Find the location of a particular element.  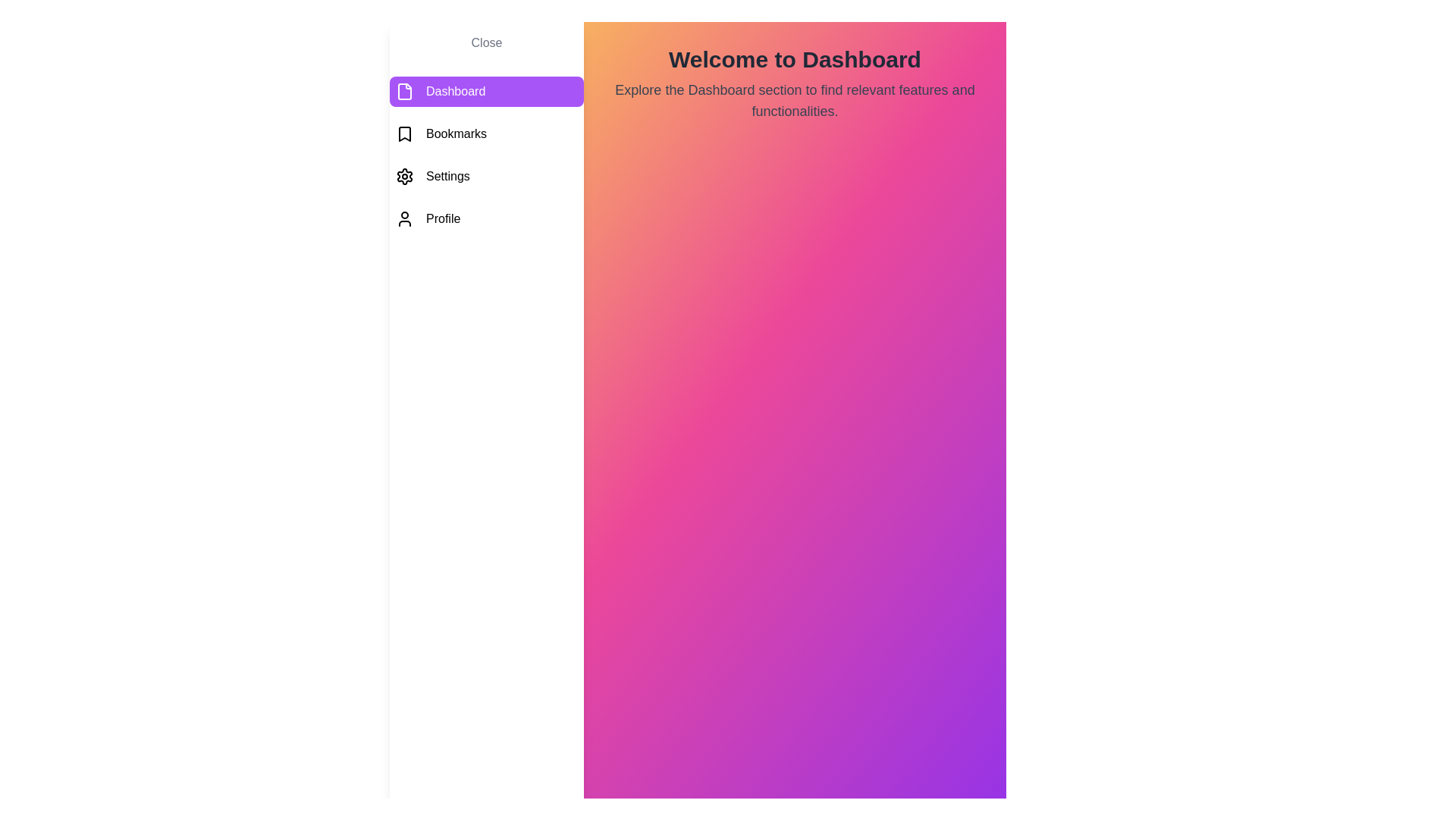

'Close' button to toggle the menu is located at coordinates (487, 42).